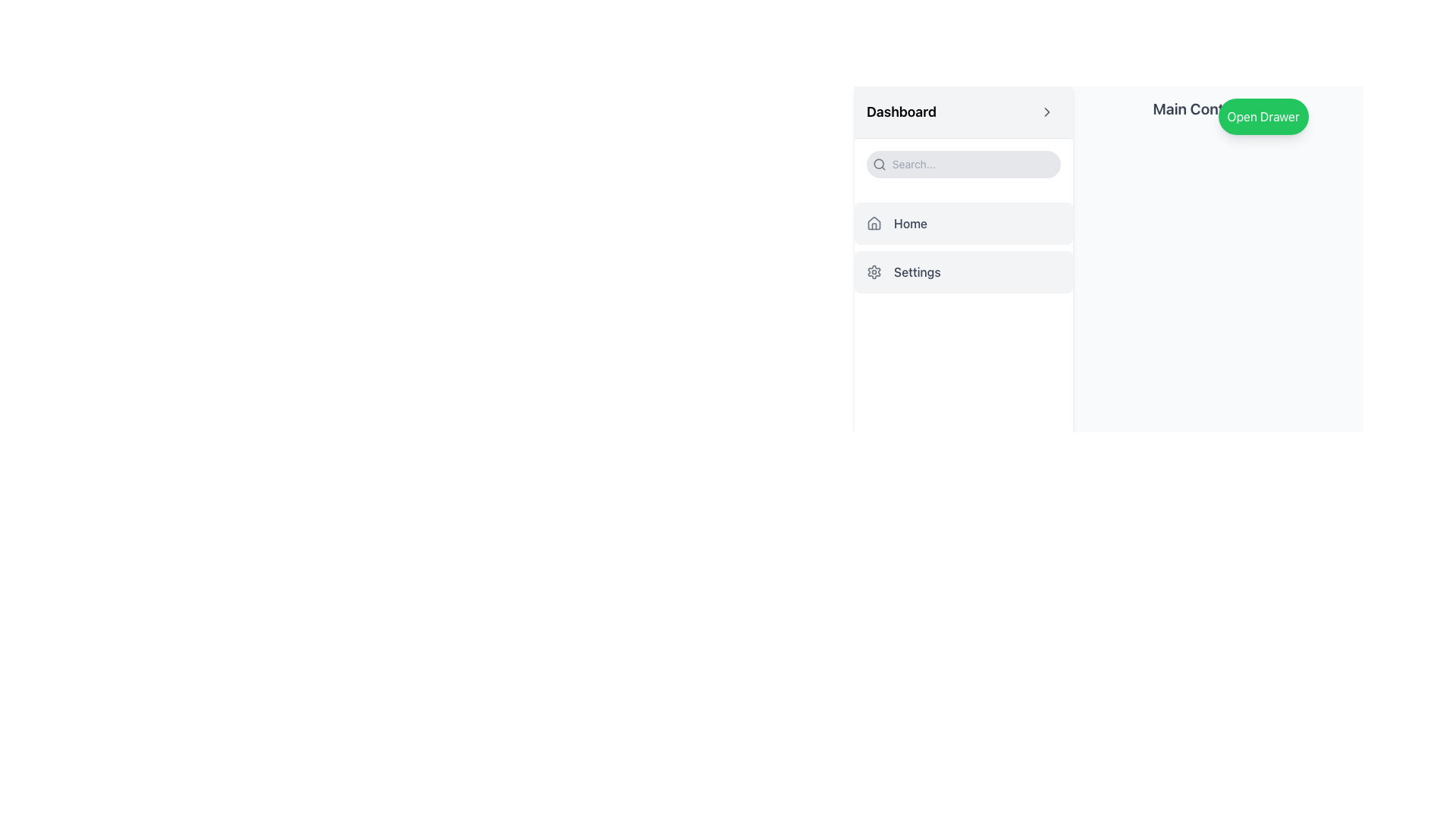 This screenshot has height=819, width=1456. I want to click on the 'Home' icon in the sidebar menu, so click(874, 223).